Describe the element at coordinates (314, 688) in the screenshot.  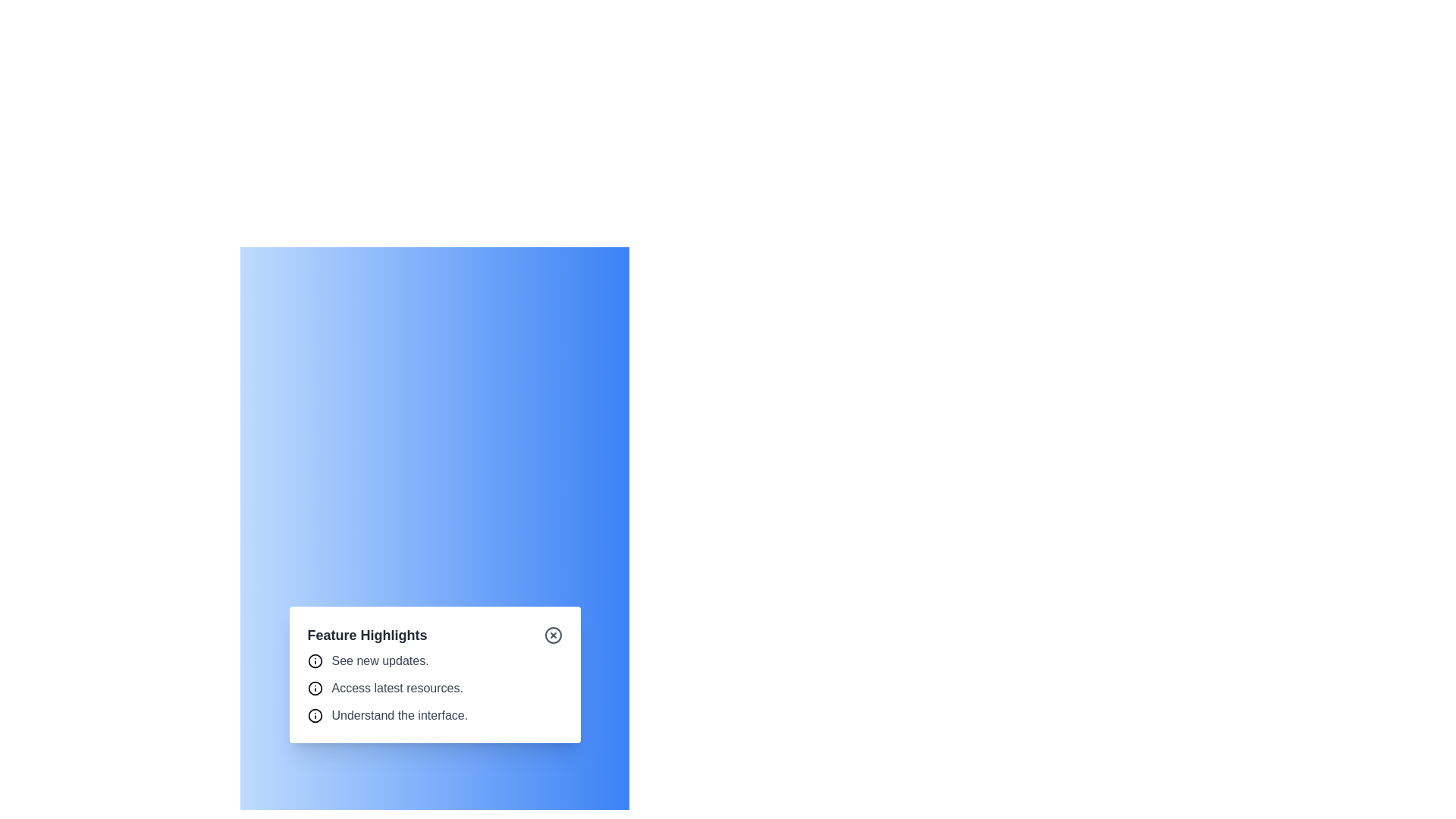
I see `the icon located to the left of the text 'Access latest resources.' which is the second item in a vertical list of three icons for further interaction` at that location.